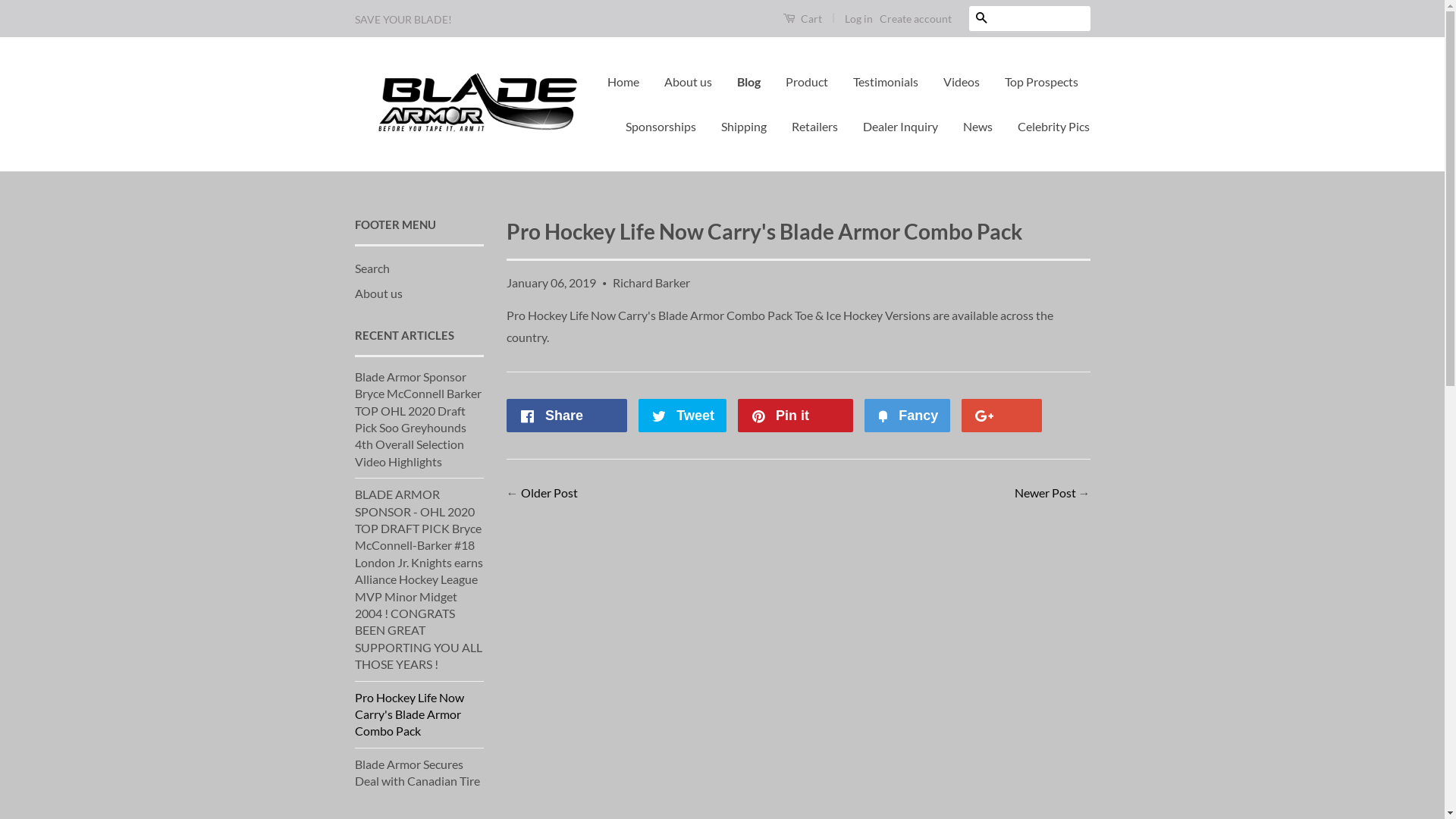 This screenshot has width=1456, height=819. Describe the element at coordinates (1044, 492) in the screenshot. I see `'Newer Post'` at that location.